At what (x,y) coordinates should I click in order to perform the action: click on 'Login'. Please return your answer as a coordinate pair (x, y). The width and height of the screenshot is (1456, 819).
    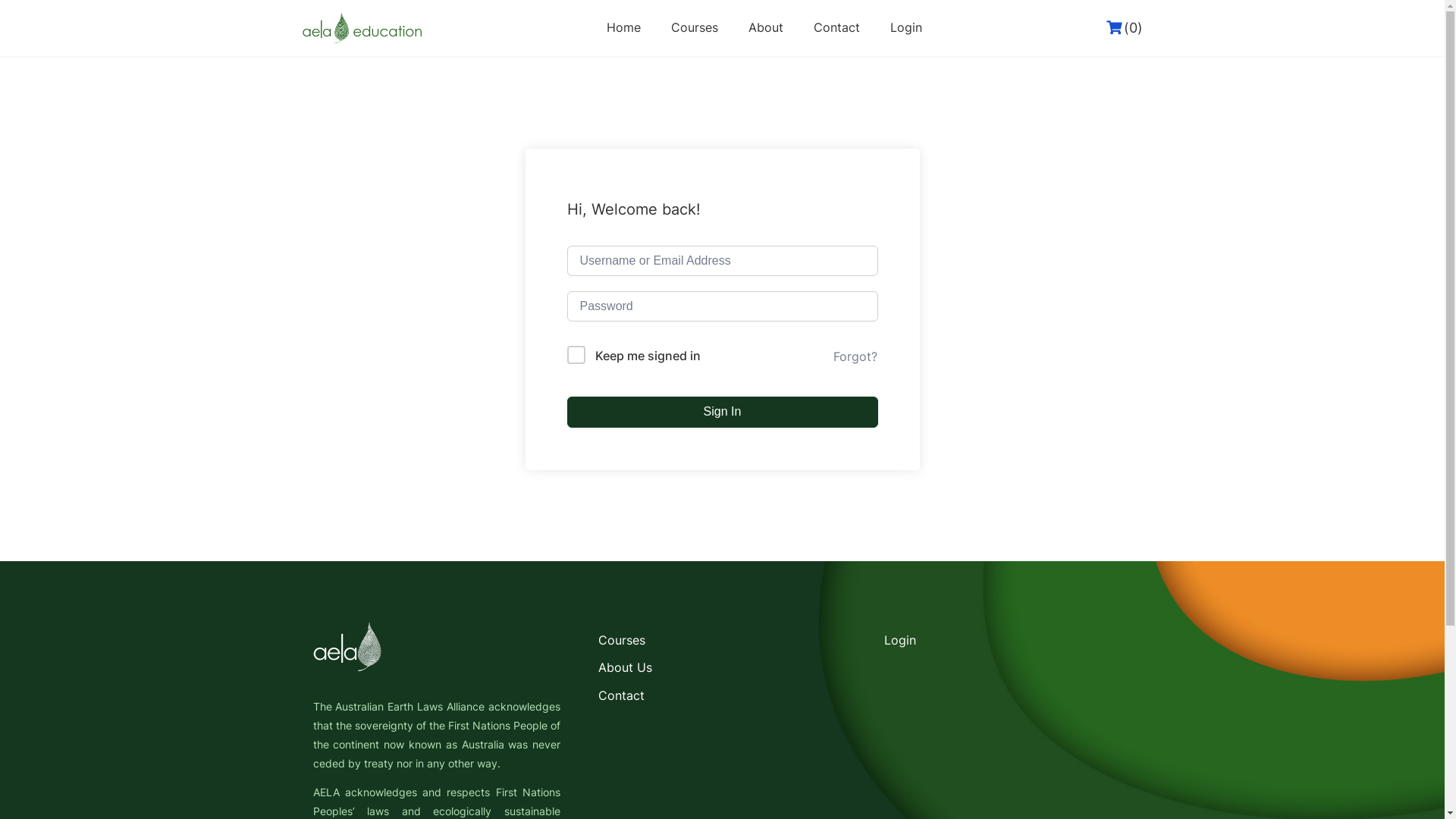
    Looking at the image, I should click on (906, 27).